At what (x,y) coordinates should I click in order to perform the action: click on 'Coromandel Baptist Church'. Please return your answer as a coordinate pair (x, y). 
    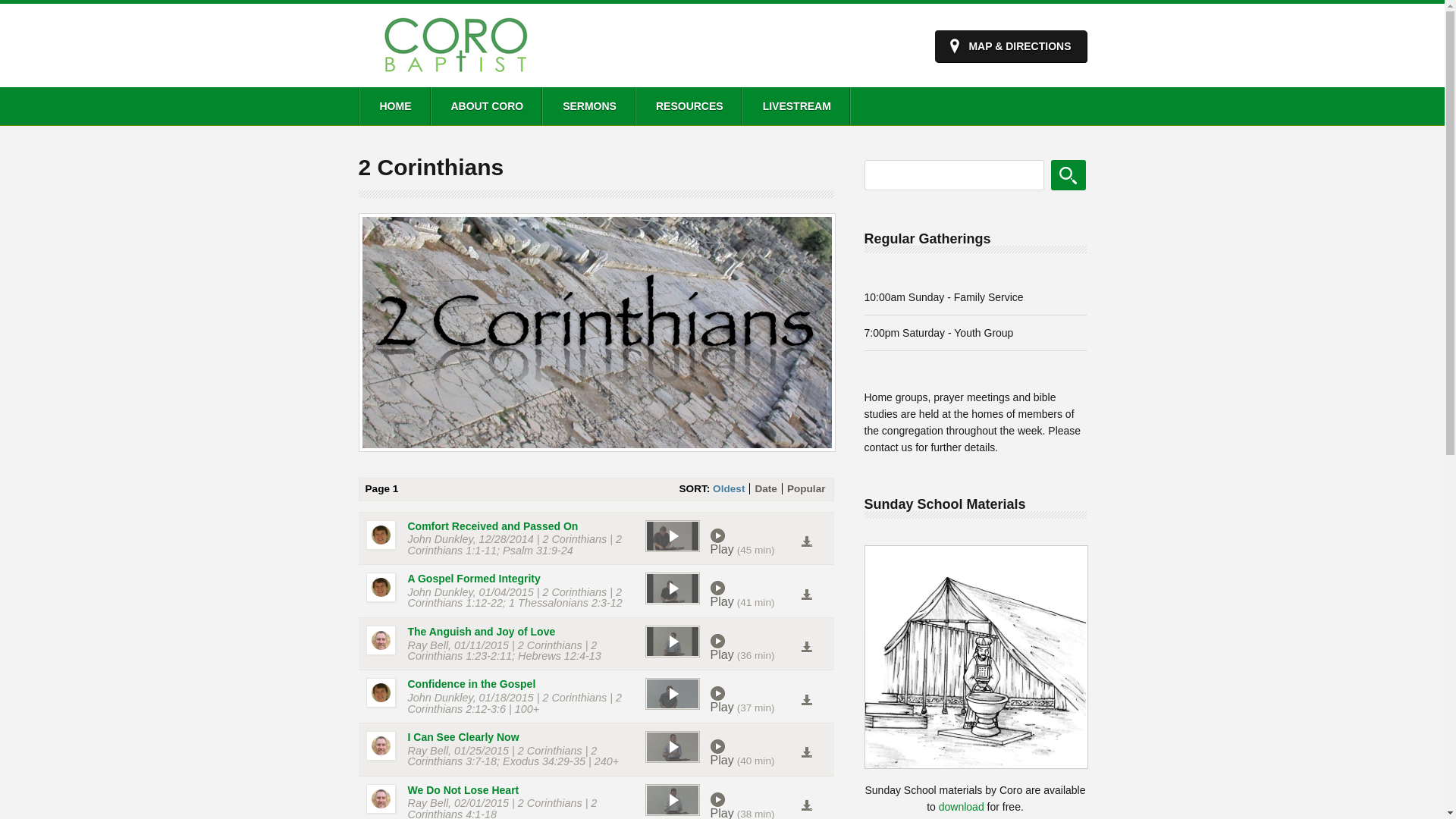
    Looking at the image, I should click on (454, 74).